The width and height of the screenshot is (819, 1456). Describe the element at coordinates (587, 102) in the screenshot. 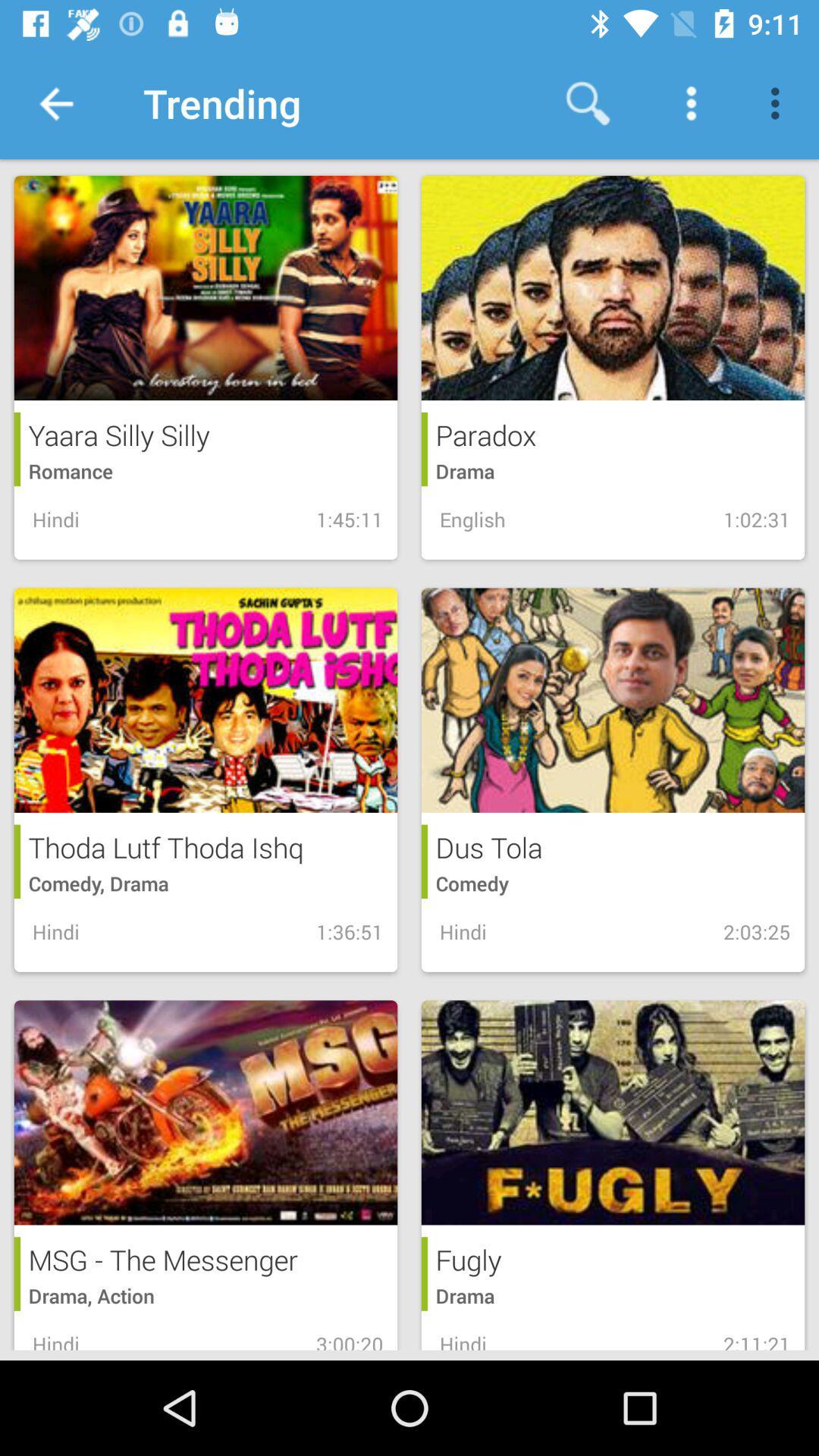

I see `icon next to the trending` at that location.